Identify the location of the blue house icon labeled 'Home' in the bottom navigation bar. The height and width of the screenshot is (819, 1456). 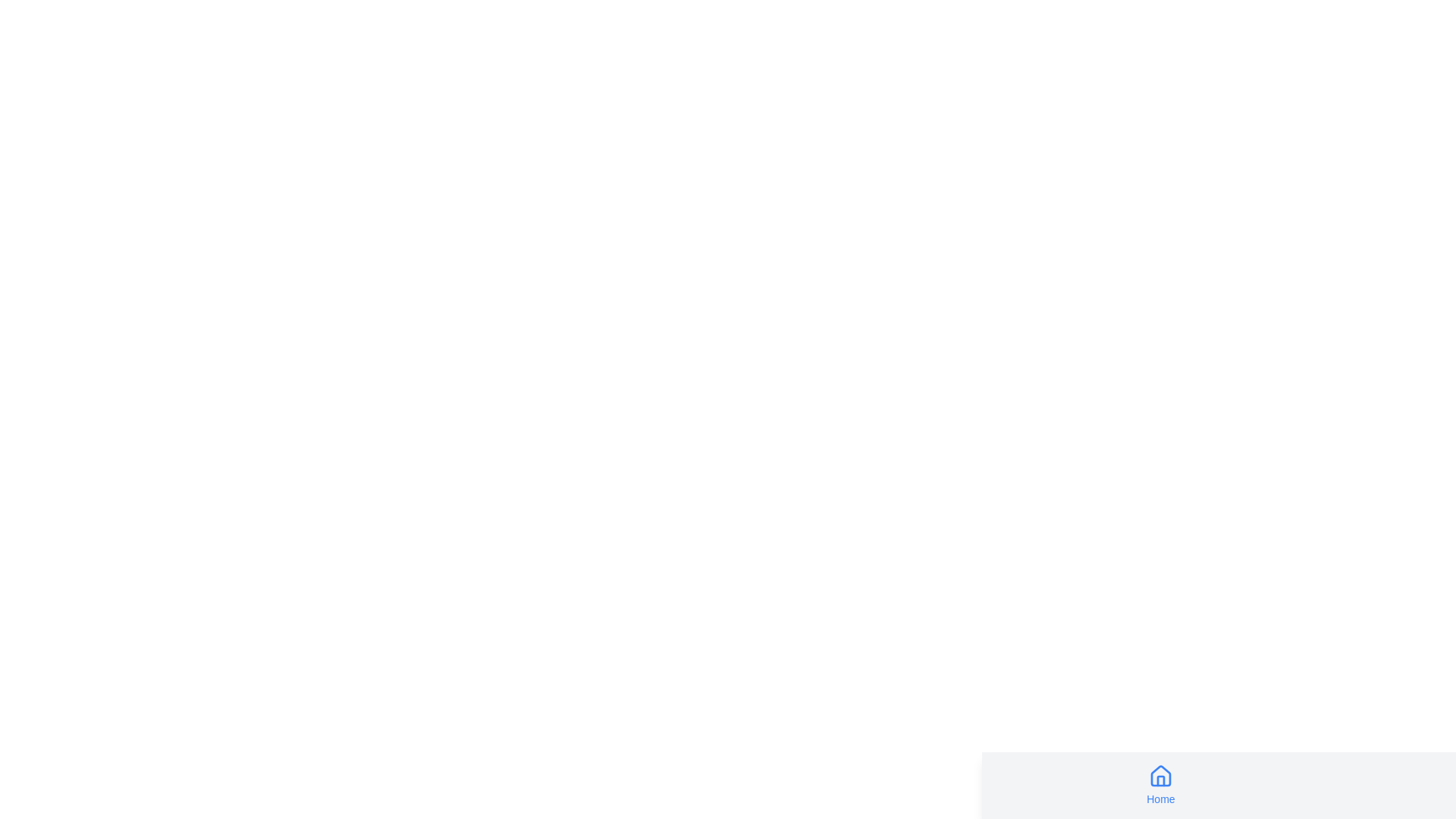
(1159, 785).